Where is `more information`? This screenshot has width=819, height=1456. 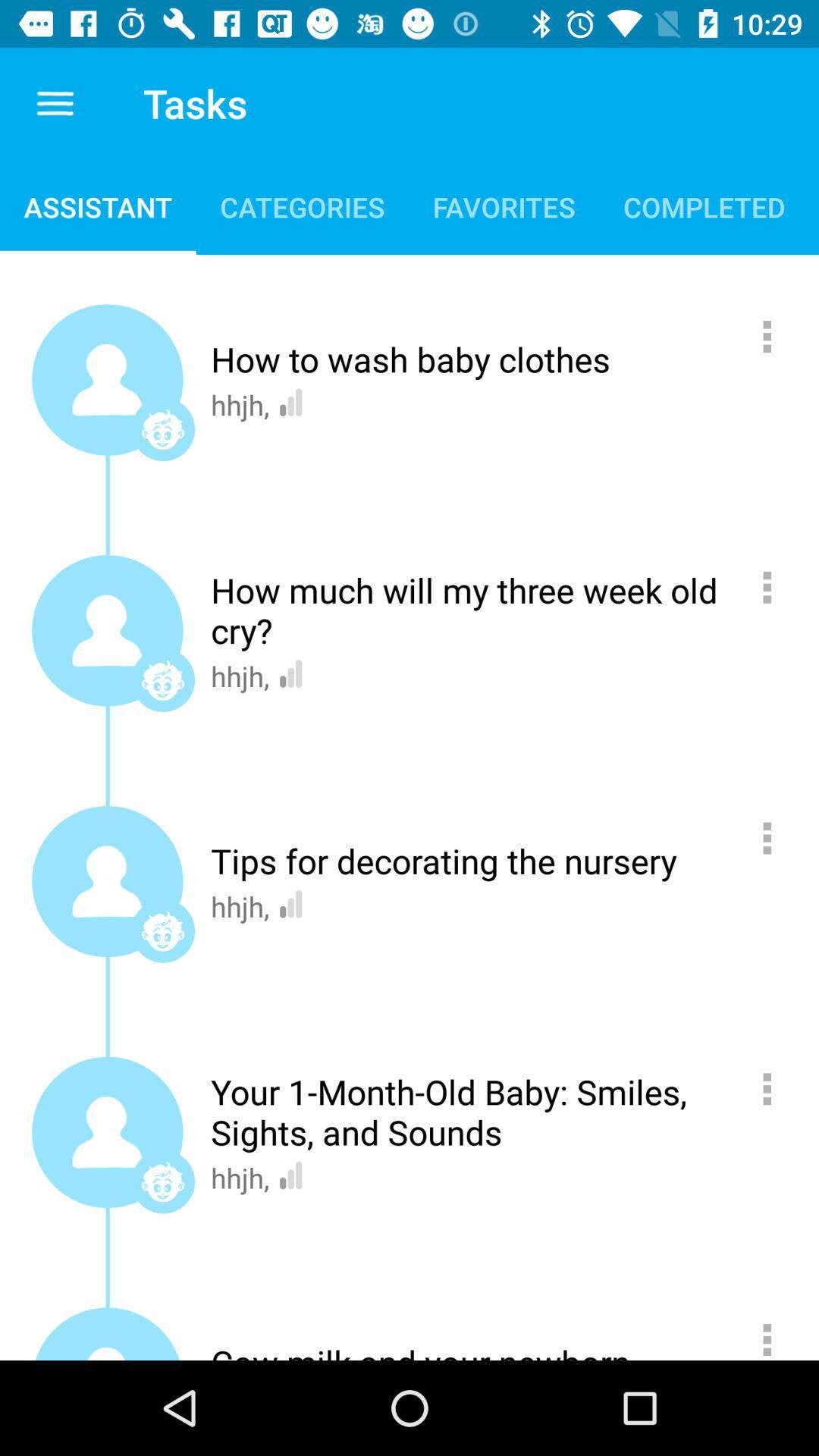
more information is located at coordinates (775, 1088).